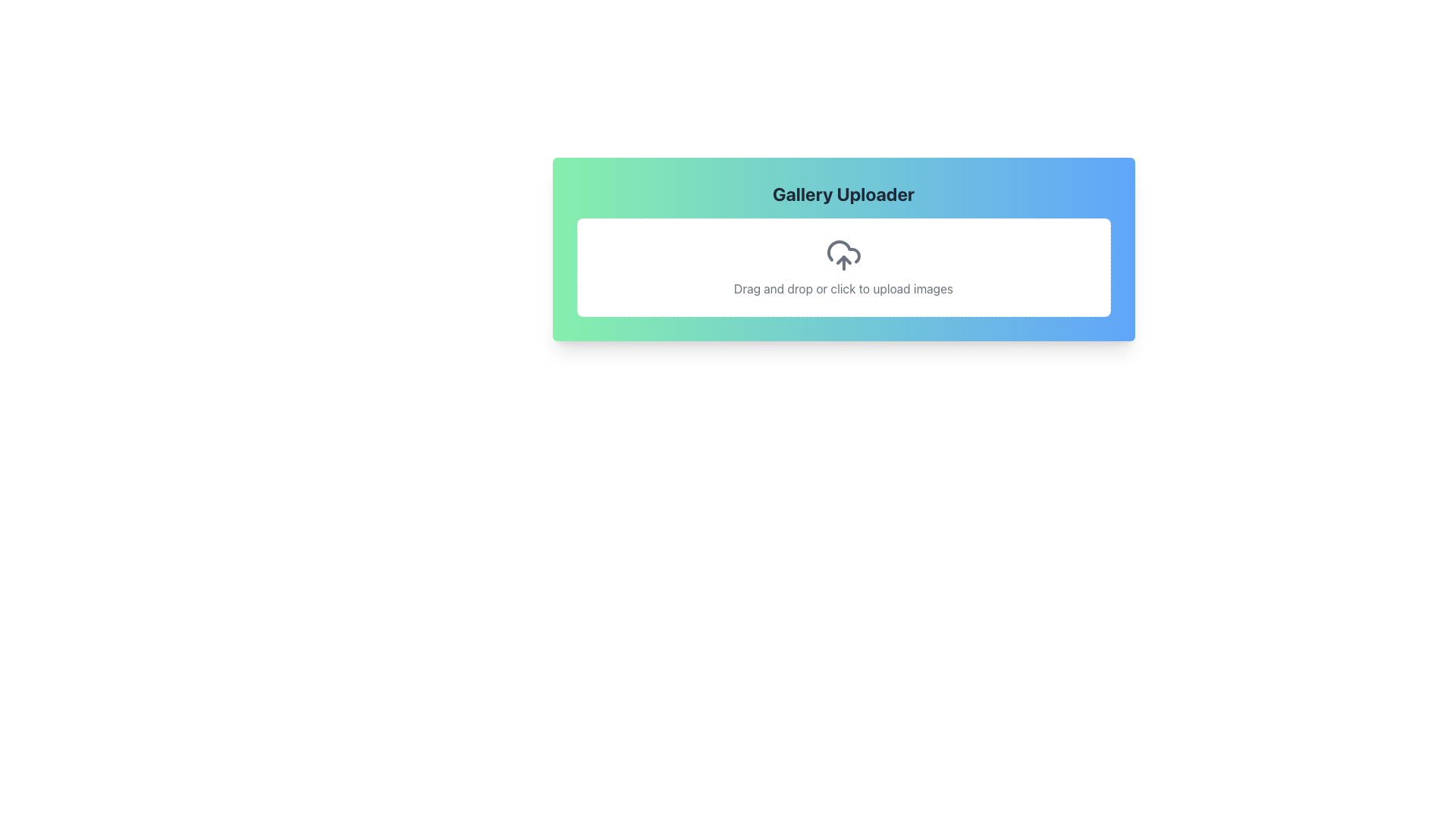  What do you see at coordinates (843, 254) in the screenshot?
I see `the upload icon located at the vertical center of the 'Gallery Uploader' card, positioned above the text 'Drag and drop or click to upload images.'` at bounding box center [843, 254].